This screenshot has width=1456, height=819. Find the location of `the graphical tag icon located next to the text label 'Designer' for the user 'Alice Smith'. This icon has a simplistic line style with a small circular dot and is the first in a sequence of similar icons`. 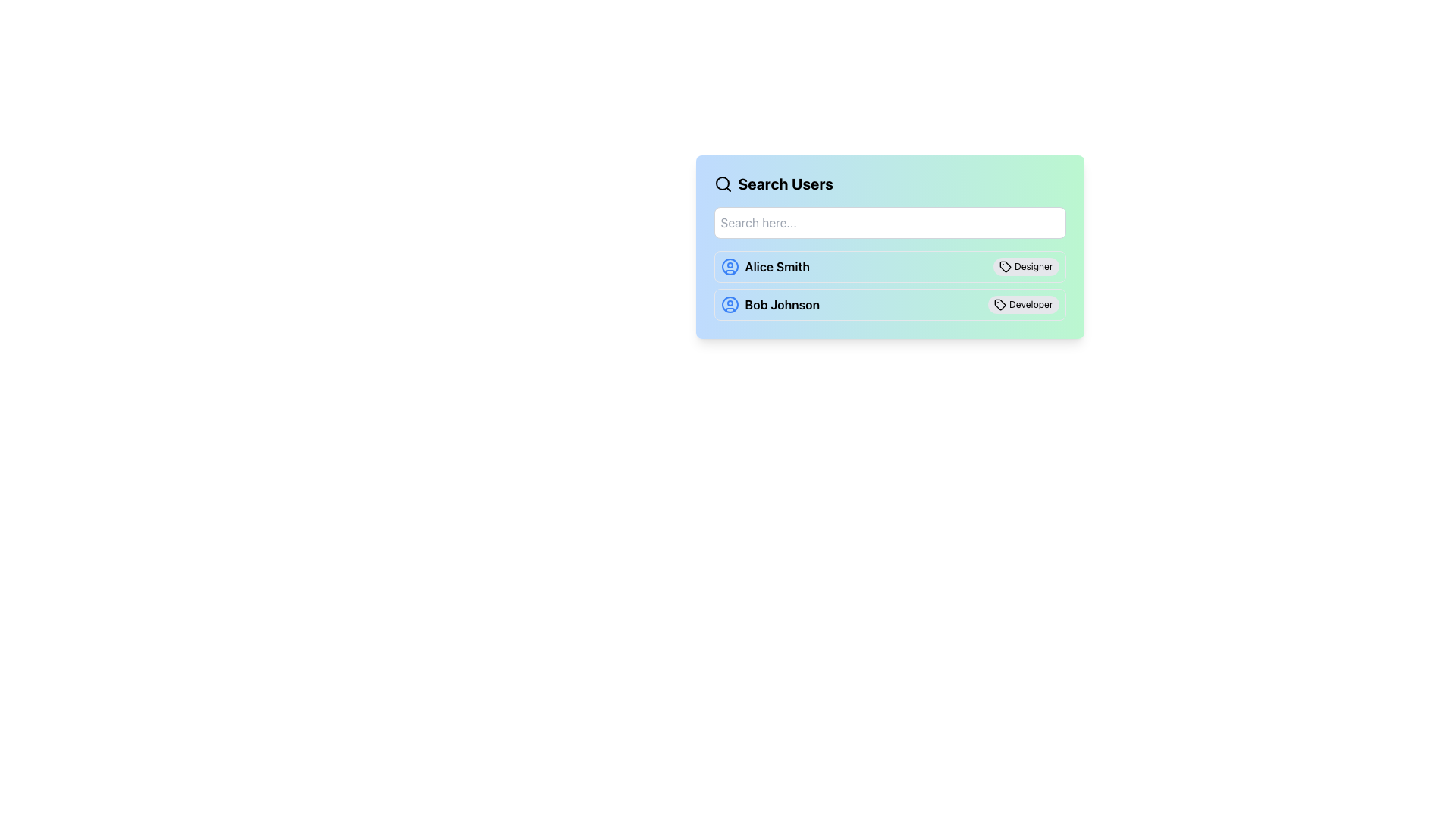

the graphical tag icon located next to the text label 'Designer' for the user 'Alice Smith'. This icon has a simplistic line style with a small circular dot and is the first in a sequence of similar icons is located at coordinates (1005, 265).